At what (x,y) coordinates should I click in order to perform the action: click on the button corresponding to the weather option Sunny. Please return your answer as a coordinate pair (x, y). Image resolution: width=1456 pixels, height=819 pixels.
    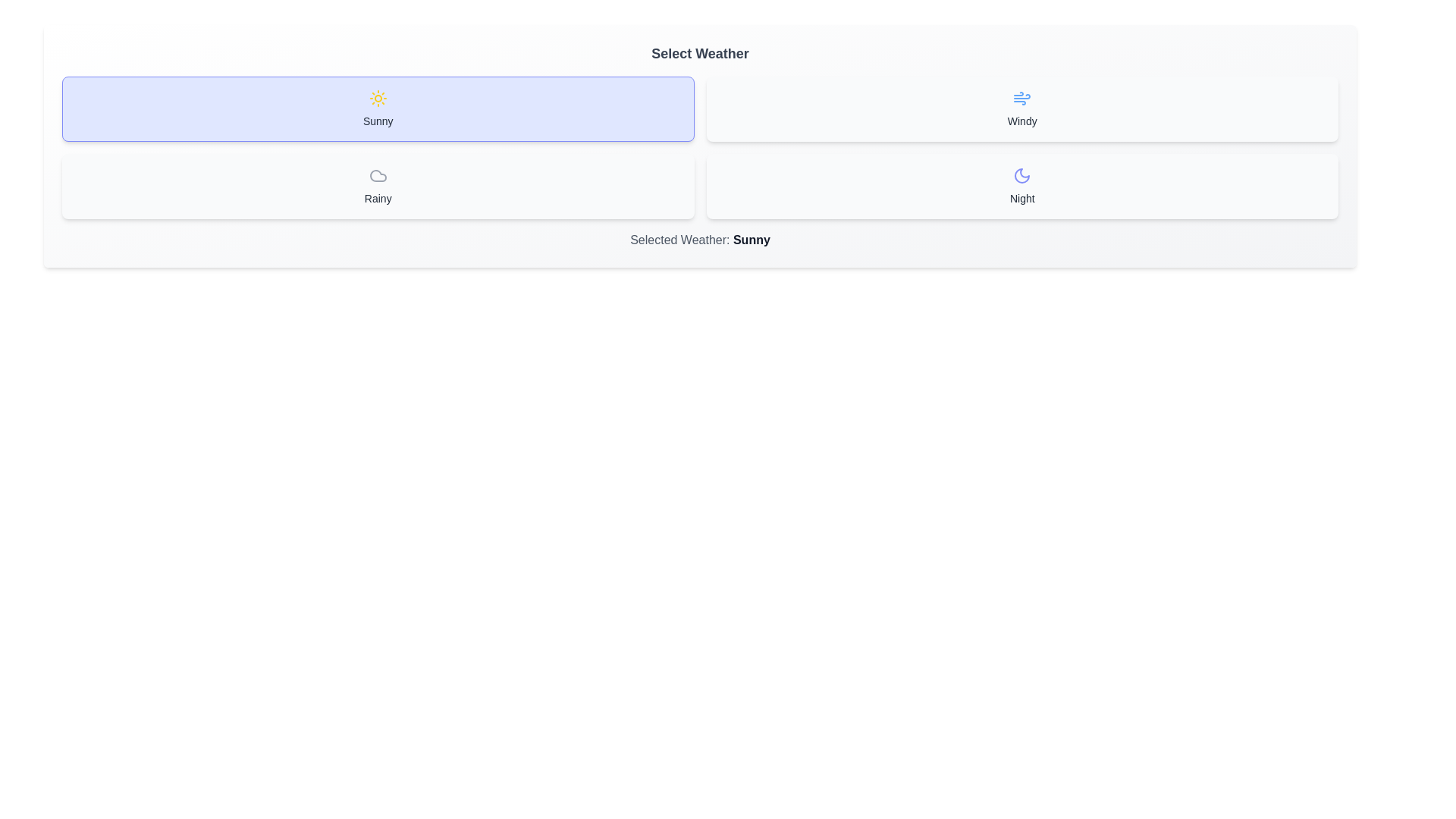
    Looking at the image, I should click on (378, 108).